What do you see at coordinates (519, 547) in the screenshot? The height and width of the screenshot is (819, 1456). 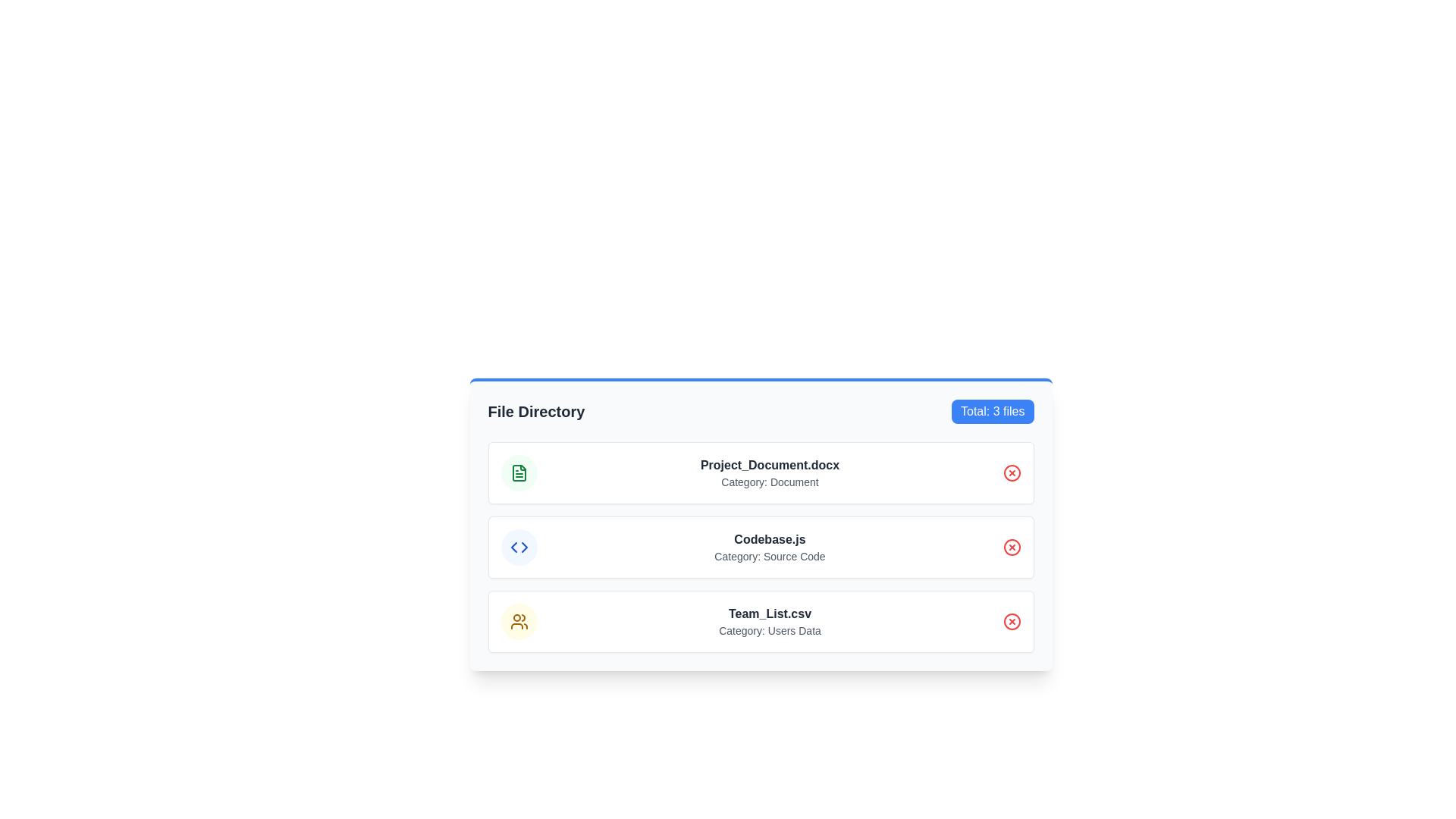 I see `the icon representing the 'Codebase.js' file, which is located in a blue, rounded, semi-transparent circle in the second row of the file entries list` at bounding box center [519, 547].